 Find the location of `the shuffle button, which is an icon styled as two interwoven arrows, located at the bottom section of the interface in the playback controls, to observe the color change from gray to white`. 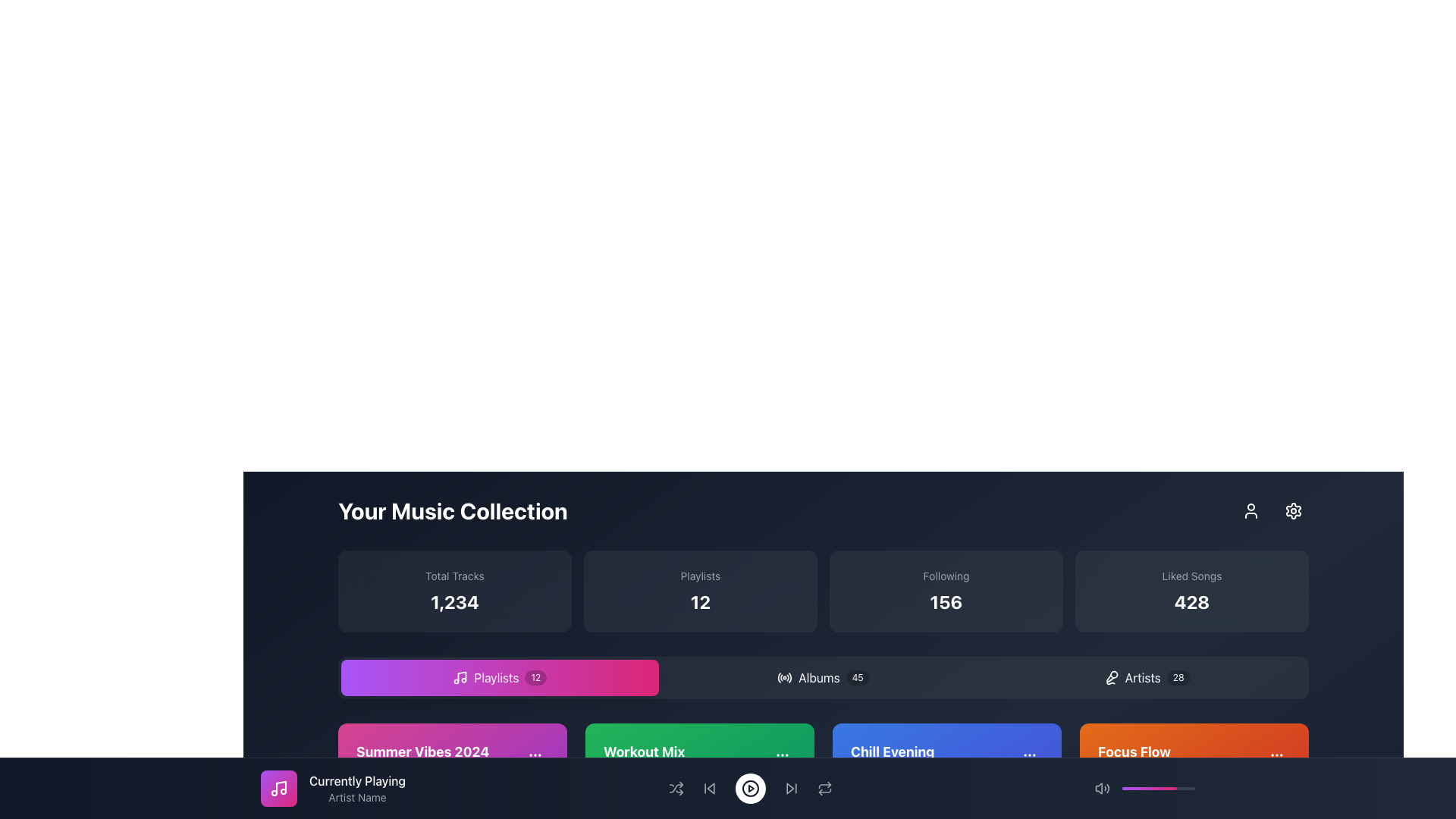

the shuffle button, which is an icon styled as two interwoven arrows, located at the bottom section of the interface in the playback controls, to observe the color change from gray to white is located at coordinates (675, 788).